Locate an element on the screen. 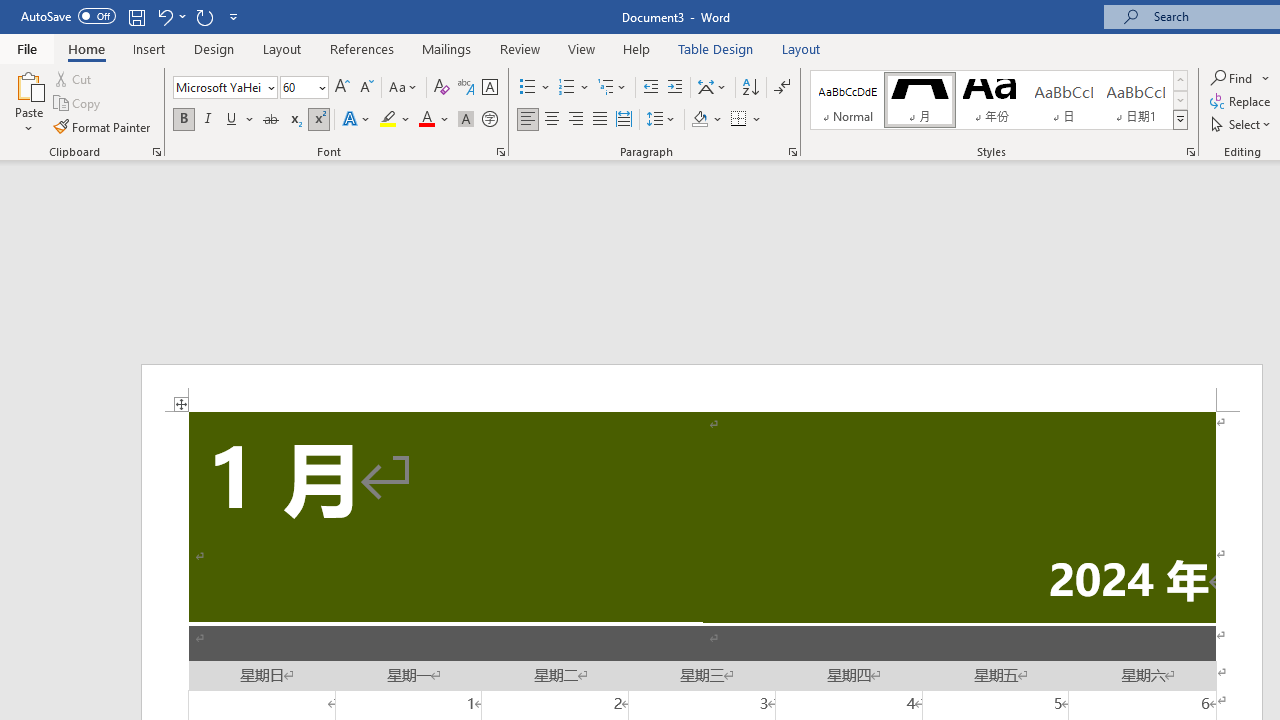  'Borders' is located at coordinates (738, 119).